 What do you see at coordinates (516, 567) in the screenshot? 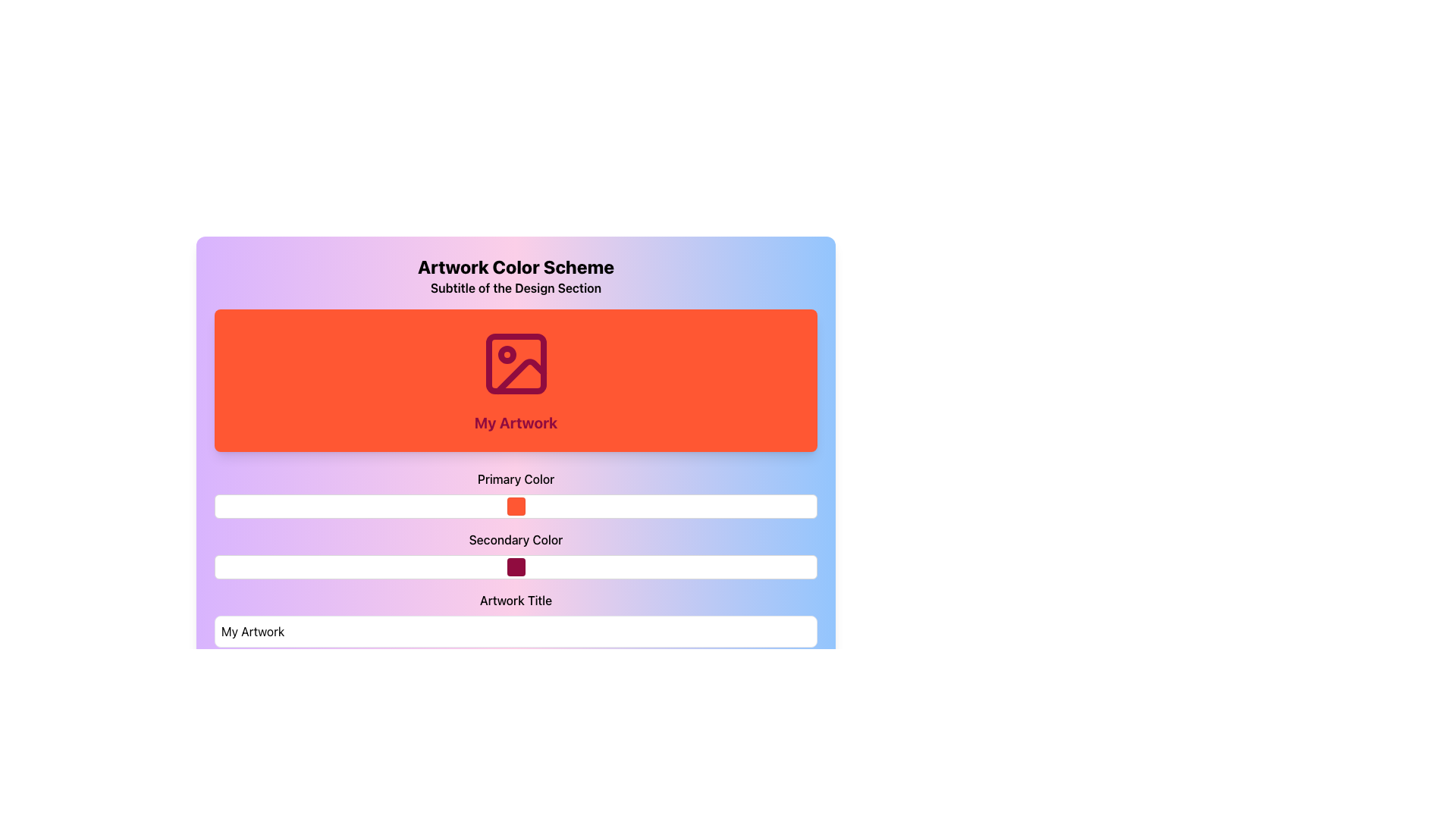
I see `the color preview swatch located in the 'Secondary Color' section` at bounding box center [516, 567].